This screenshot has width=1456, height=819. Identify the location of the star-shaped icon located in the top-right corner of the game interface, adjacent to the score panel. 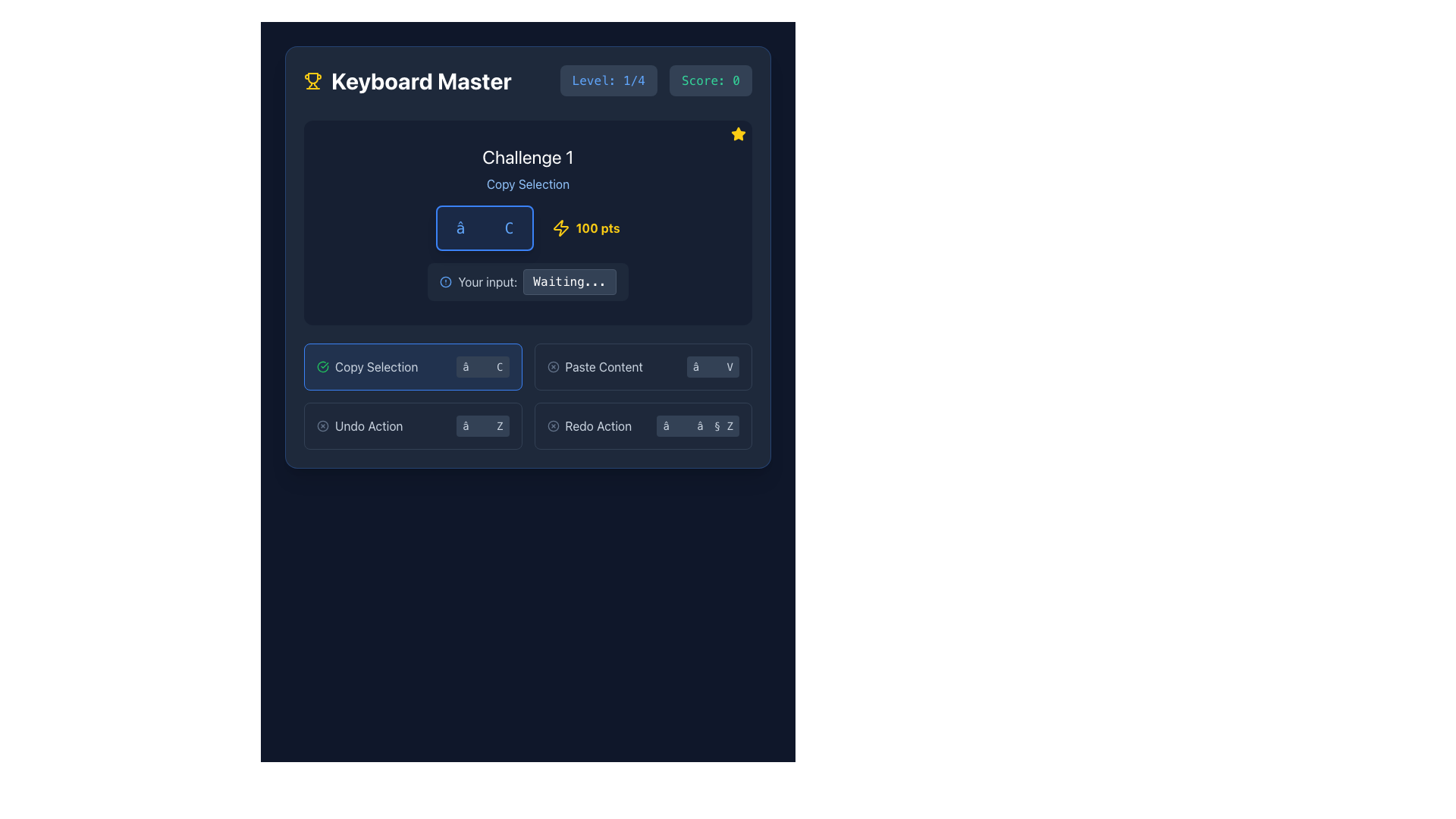
(739, 133).